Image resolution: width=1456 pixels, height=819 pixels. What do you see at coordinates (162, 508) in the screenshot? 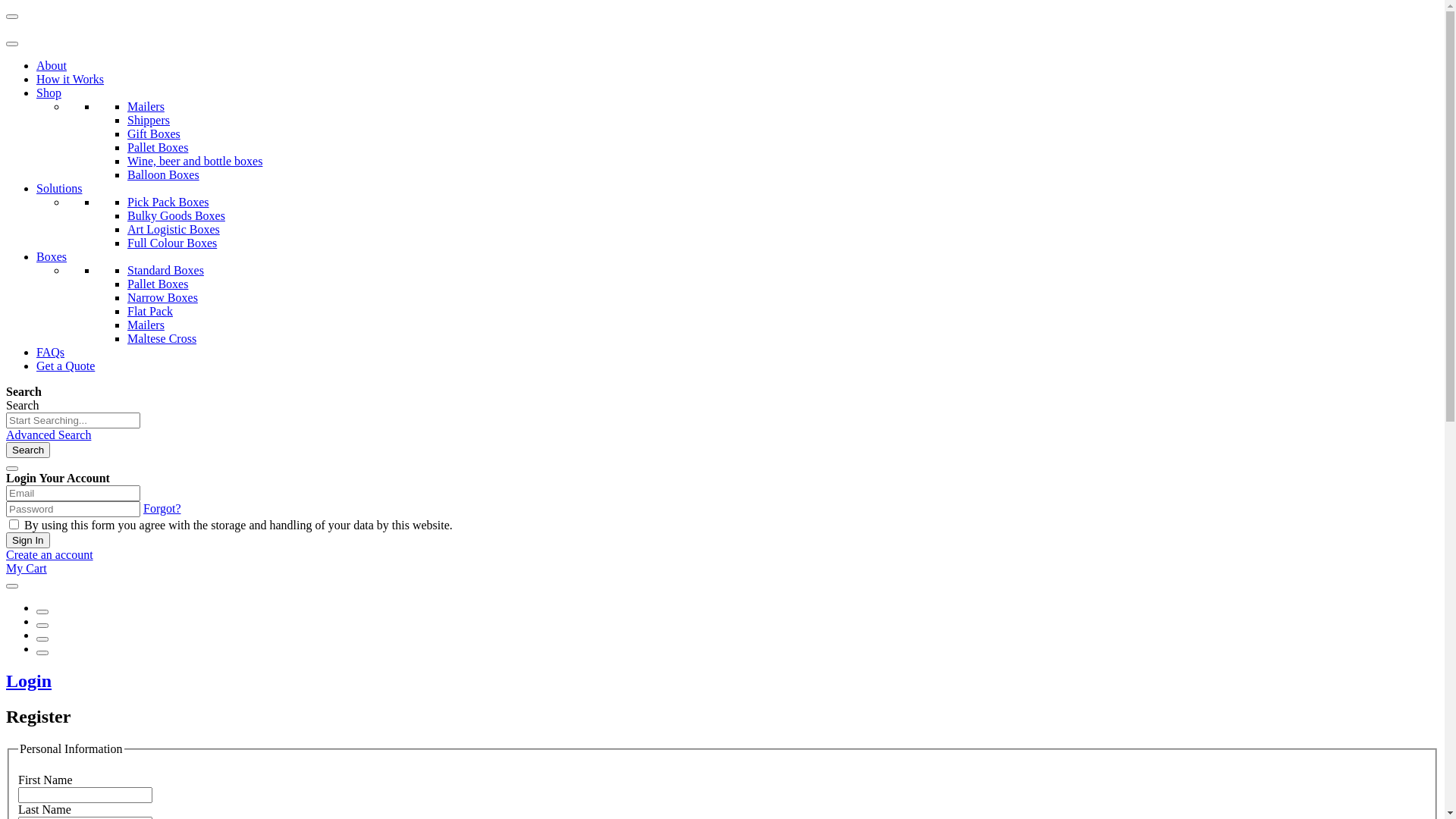
I see `'Forgot?'` at bounding box center [162, 508].